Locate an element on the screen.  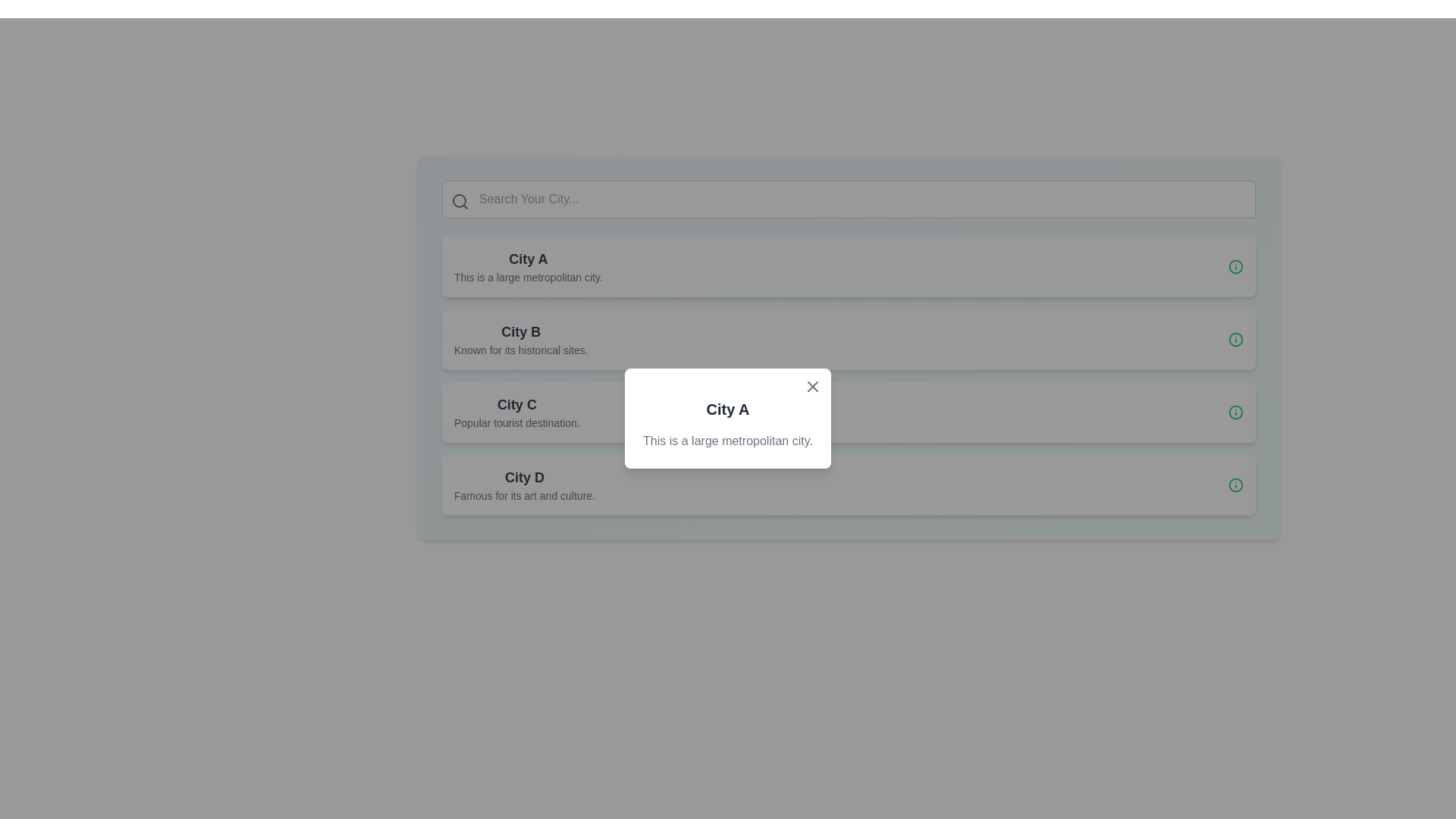
the static text that serves as a descriptive subtitle for 'City B', located beneath the title 'City B' in the vertically stacked list layout is located at coordinates (521, 350).